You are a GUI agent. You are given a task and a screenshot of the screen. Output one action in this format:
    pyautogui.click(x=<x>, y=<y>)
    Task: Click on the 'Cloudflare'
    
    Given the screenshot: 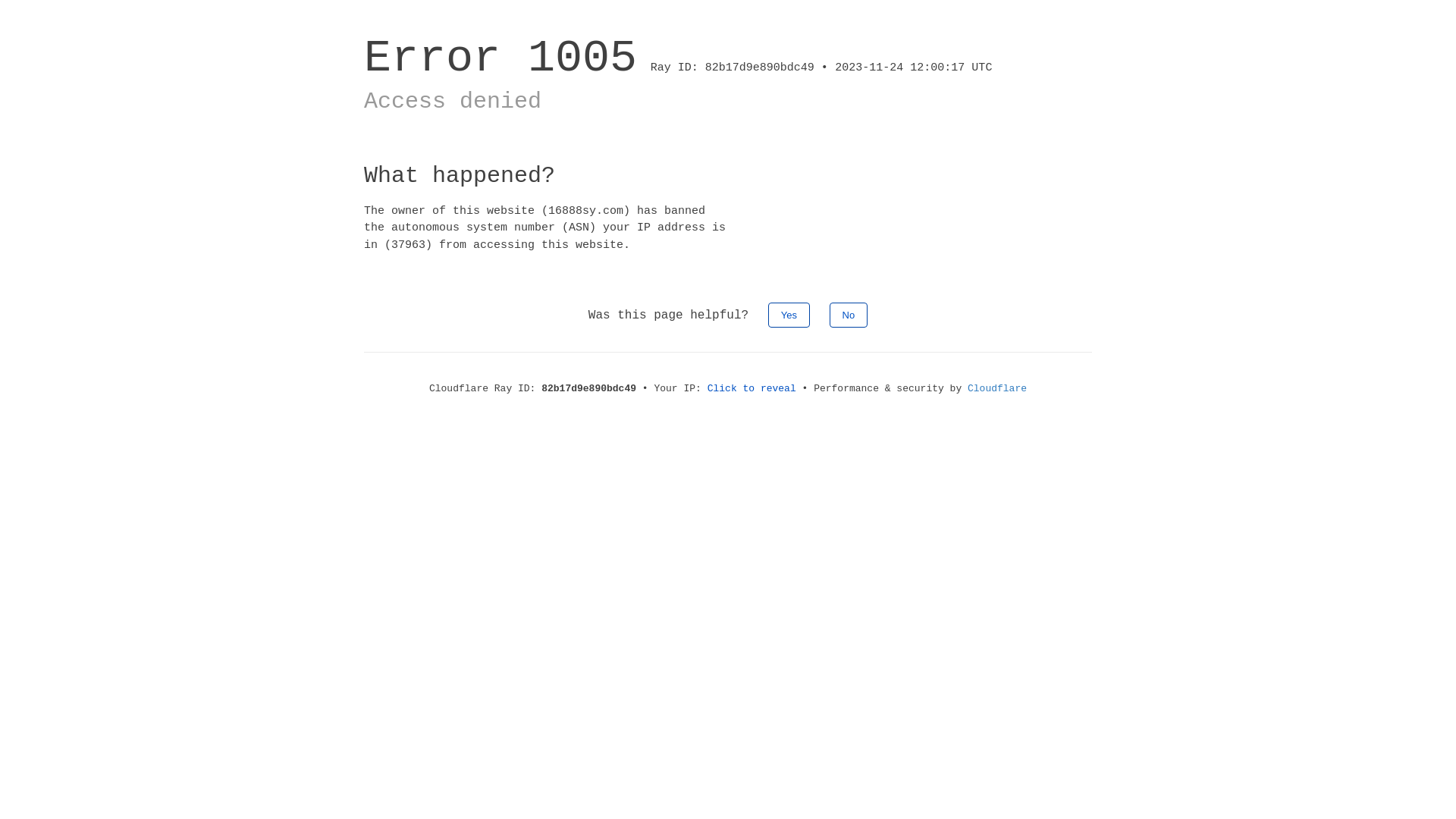 What is the action you would take?
    pyautogui.click(x=997, y=388)
    